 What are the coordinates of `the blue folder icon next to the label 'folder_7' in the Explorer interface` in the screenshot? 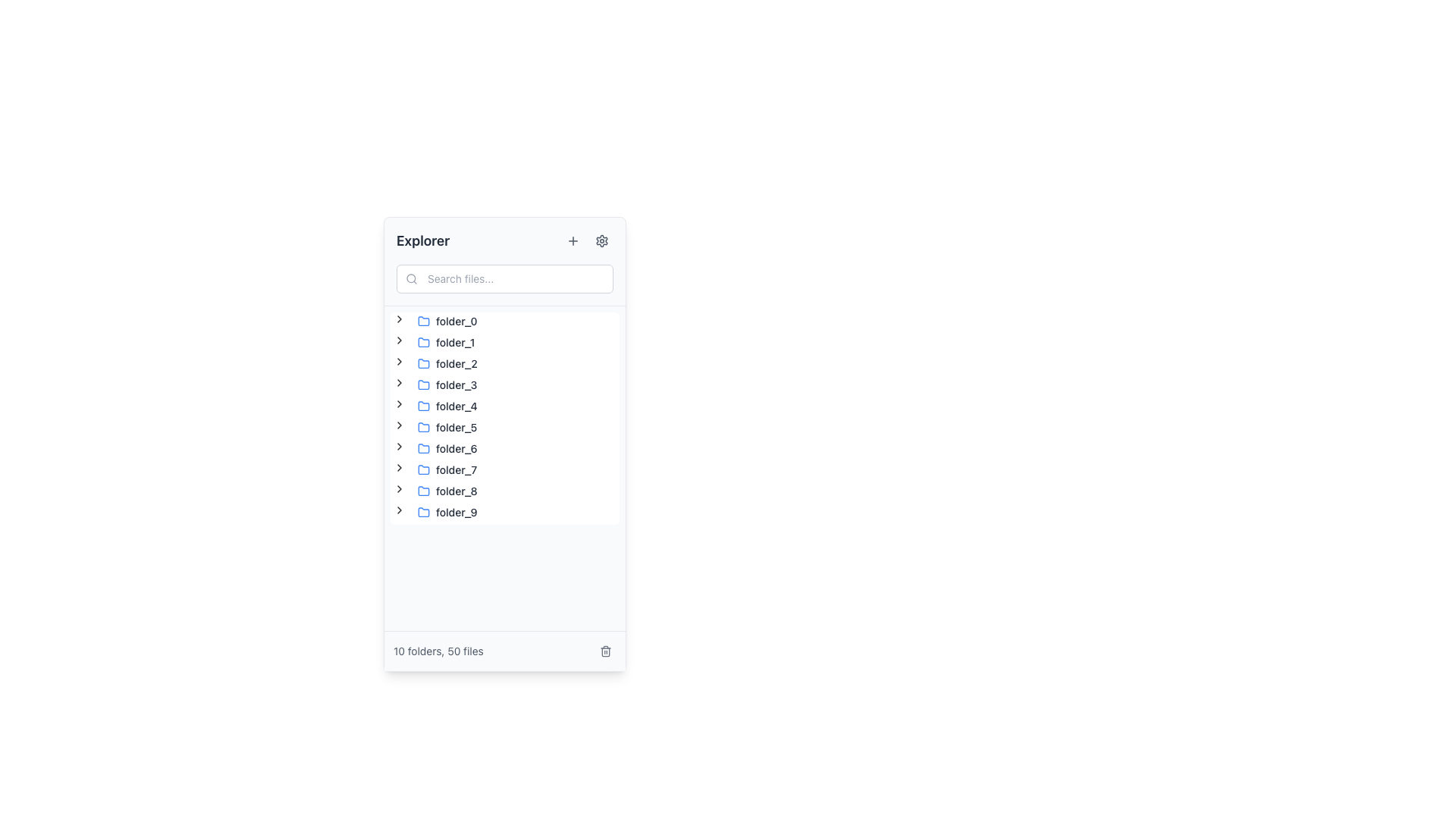 It's located at (423, 468).